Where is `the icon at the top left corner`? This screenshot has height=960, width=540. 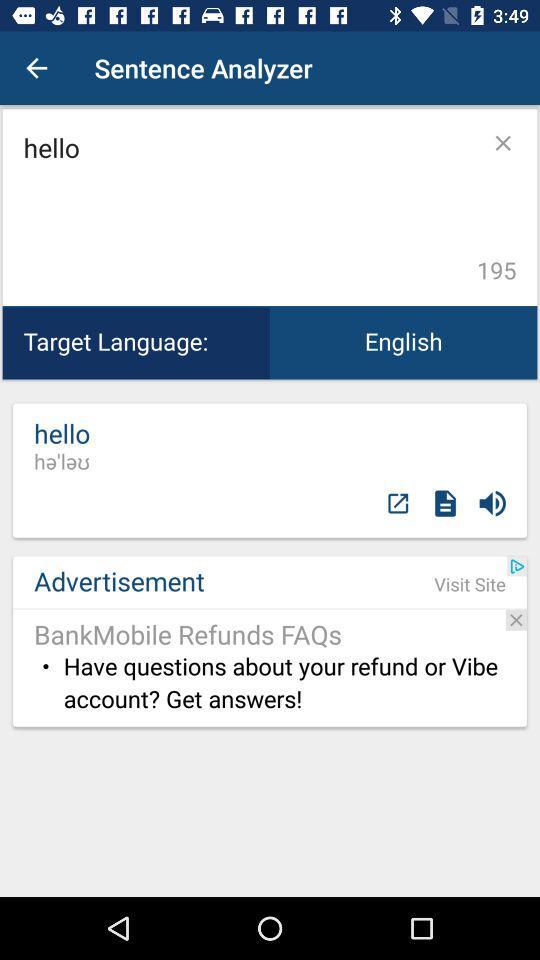 the icon at the top left corner is located at coordinates (36, 68).